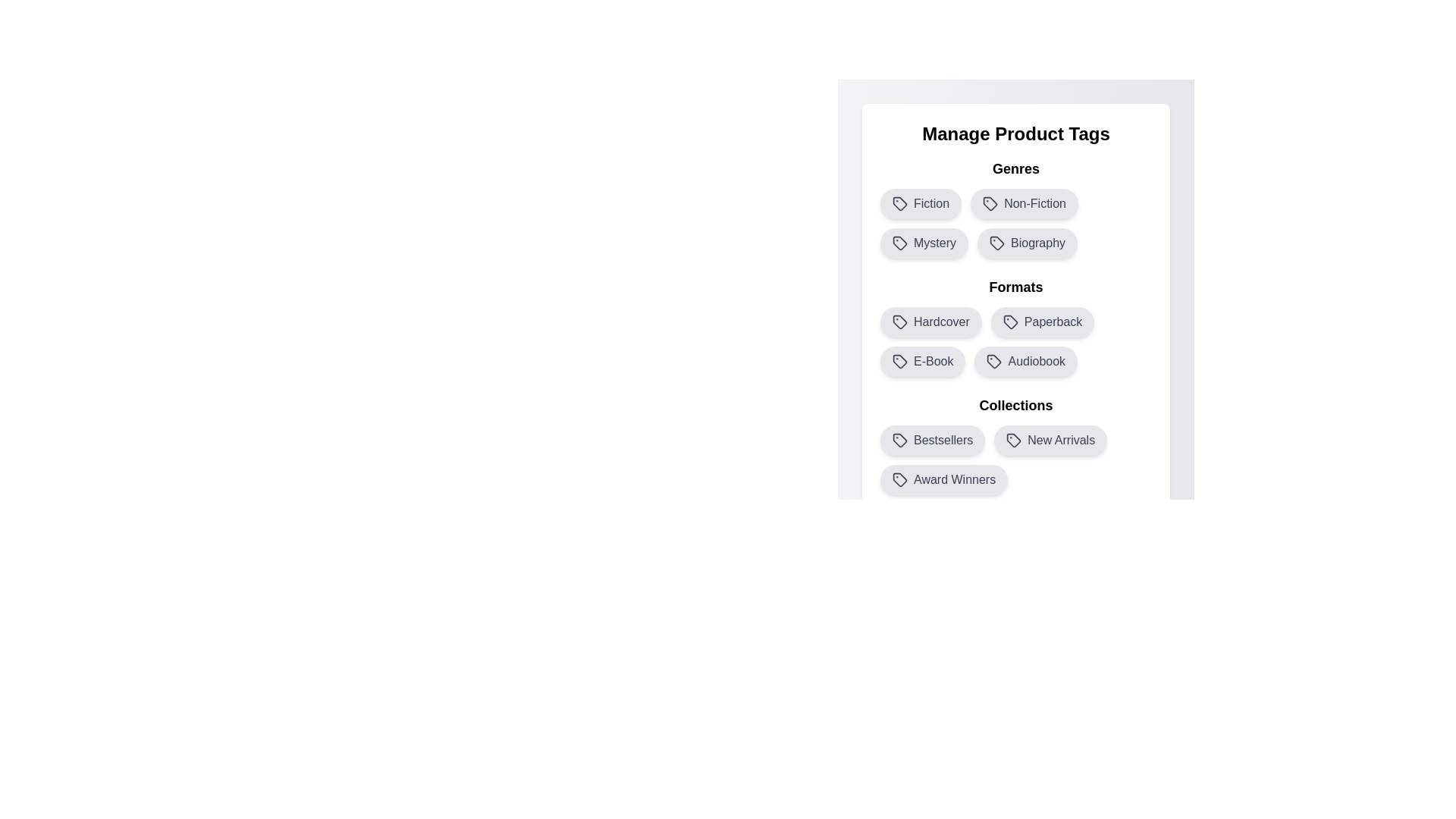 The image size is (1456, 819). What do you see at coordinates (1050, 441) in the screenshot?
I see `the second button in the 'Collections' section, located to the right of the 'Bestsellers' button` at bounding box center [1050, 441].